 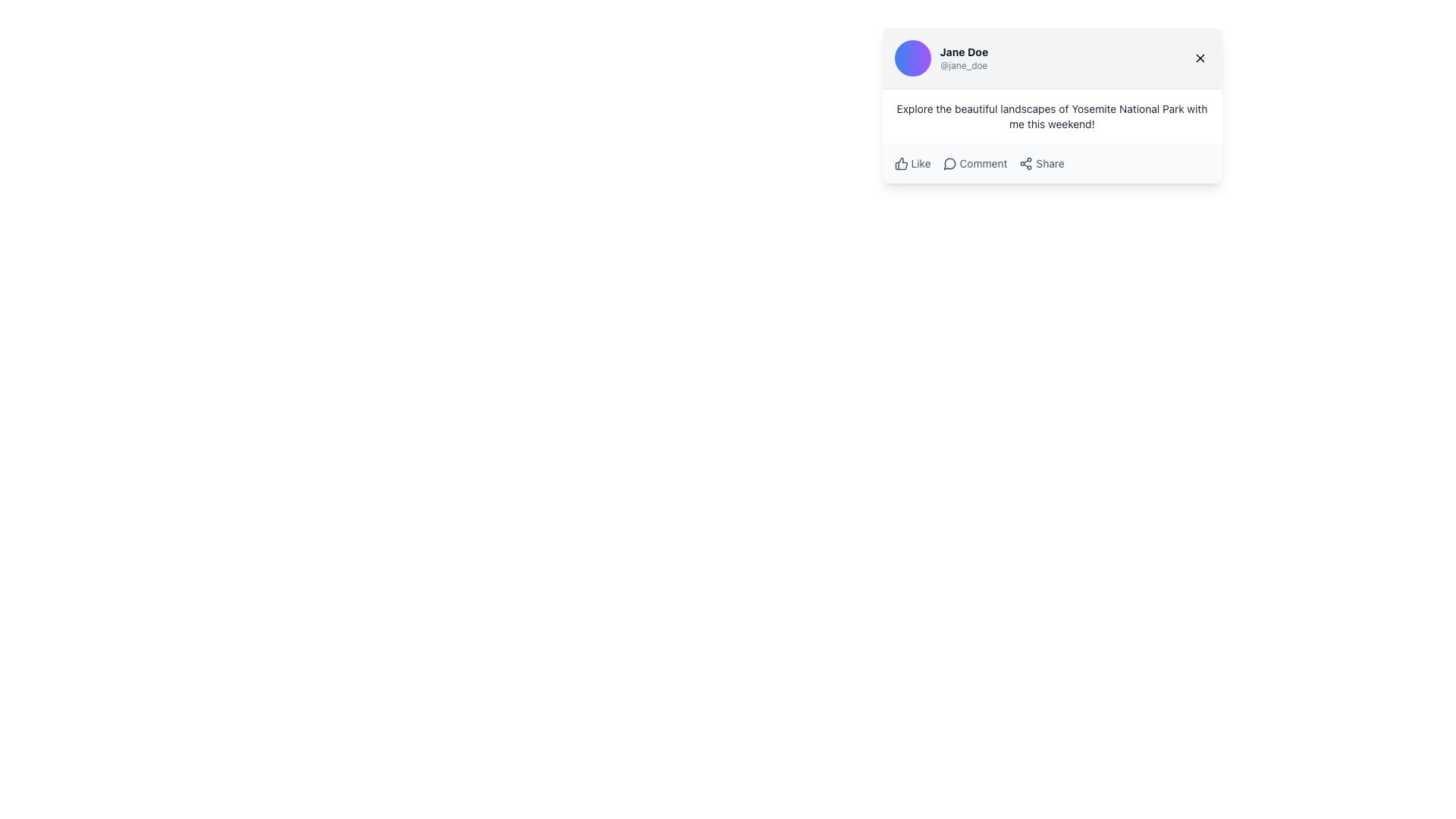 I want to click on the thumbs-up icon to like the content, located to the left of the 'Like' text label within a horizontal group of icons, so click(x=901, y=164).